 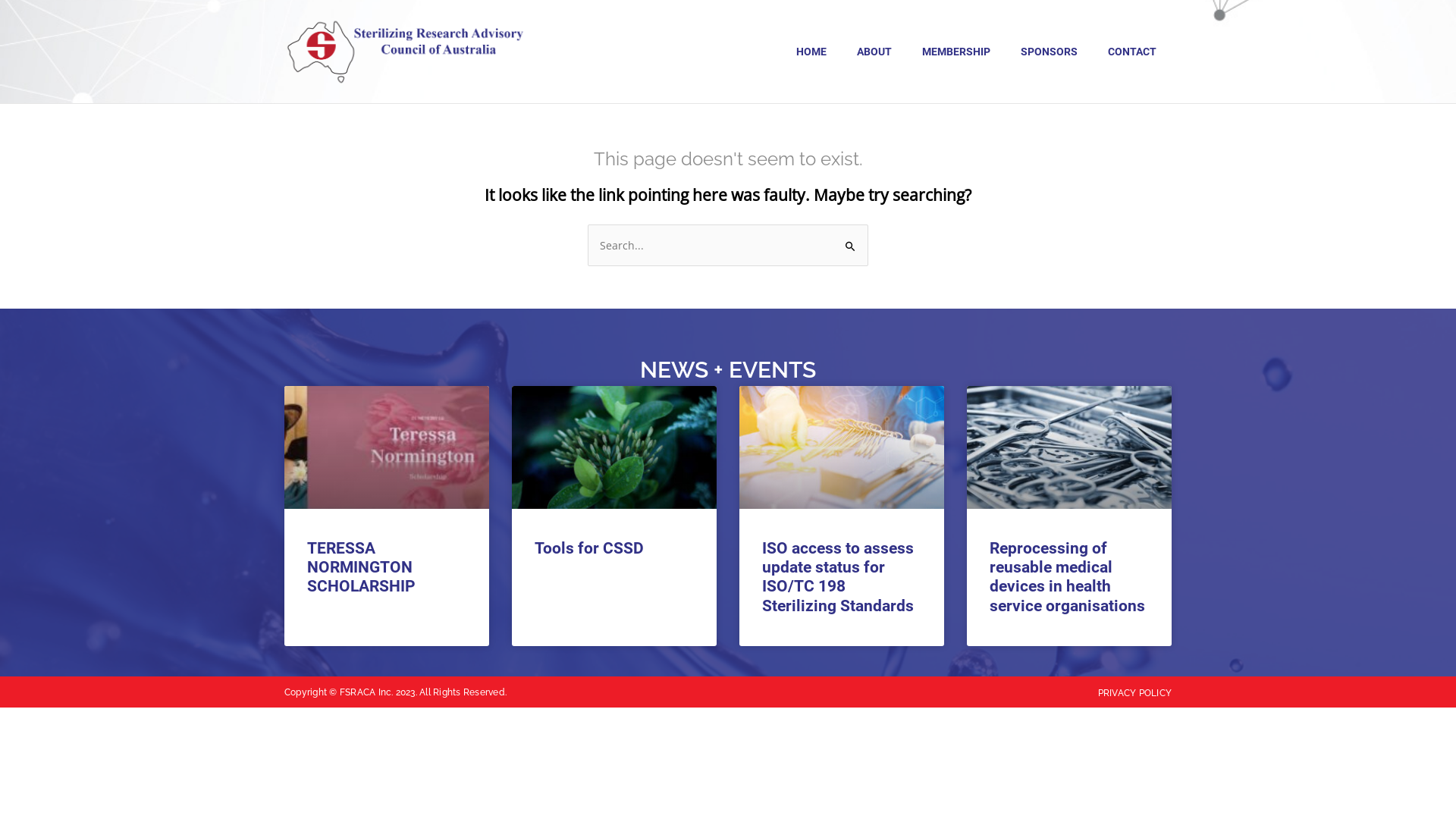 I want to click on 'HOME', so click(x=781, y=51).